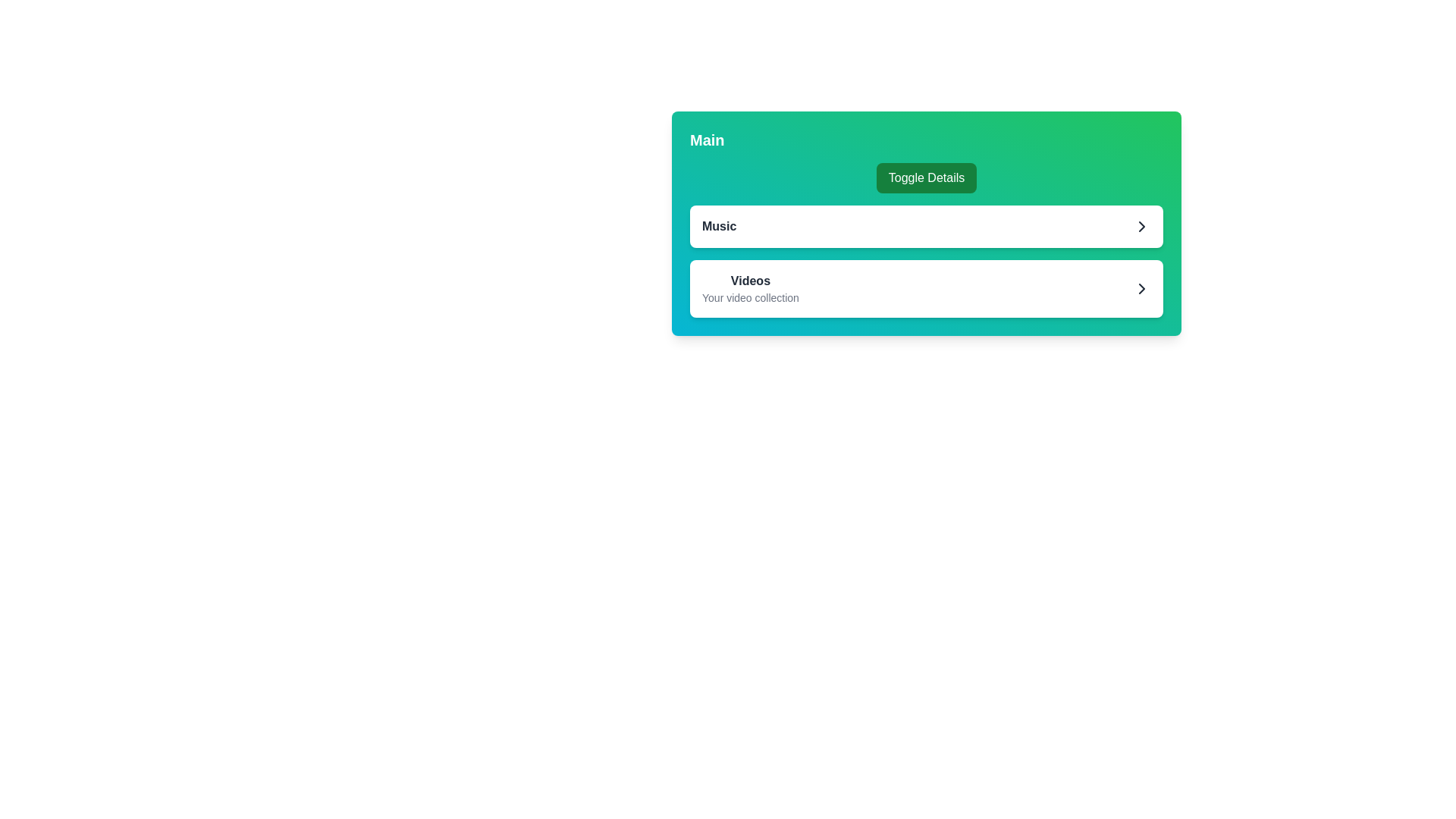 This screenshot has width=1456, height=819. I want to click on the 'Music' label located on the left side of the white box within the green gradient panel, which is the leftmost element next to the chevron icon, so click(718, 227).